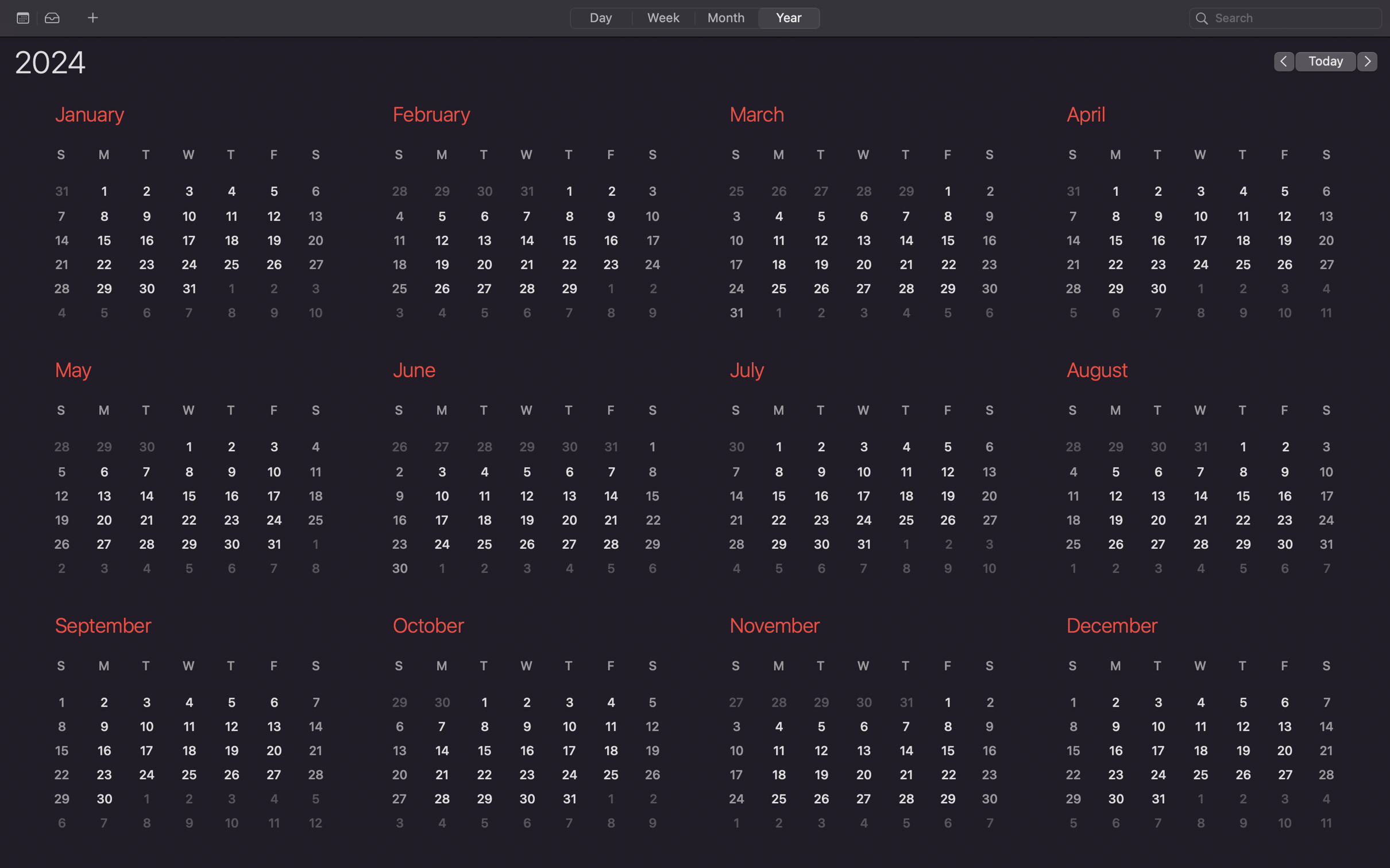 The height and width of the screenshot is (868, 1390). Describe the element at coordinates (824, 497) in the screenshot. I see `July 16th in the calendar application` at that location.